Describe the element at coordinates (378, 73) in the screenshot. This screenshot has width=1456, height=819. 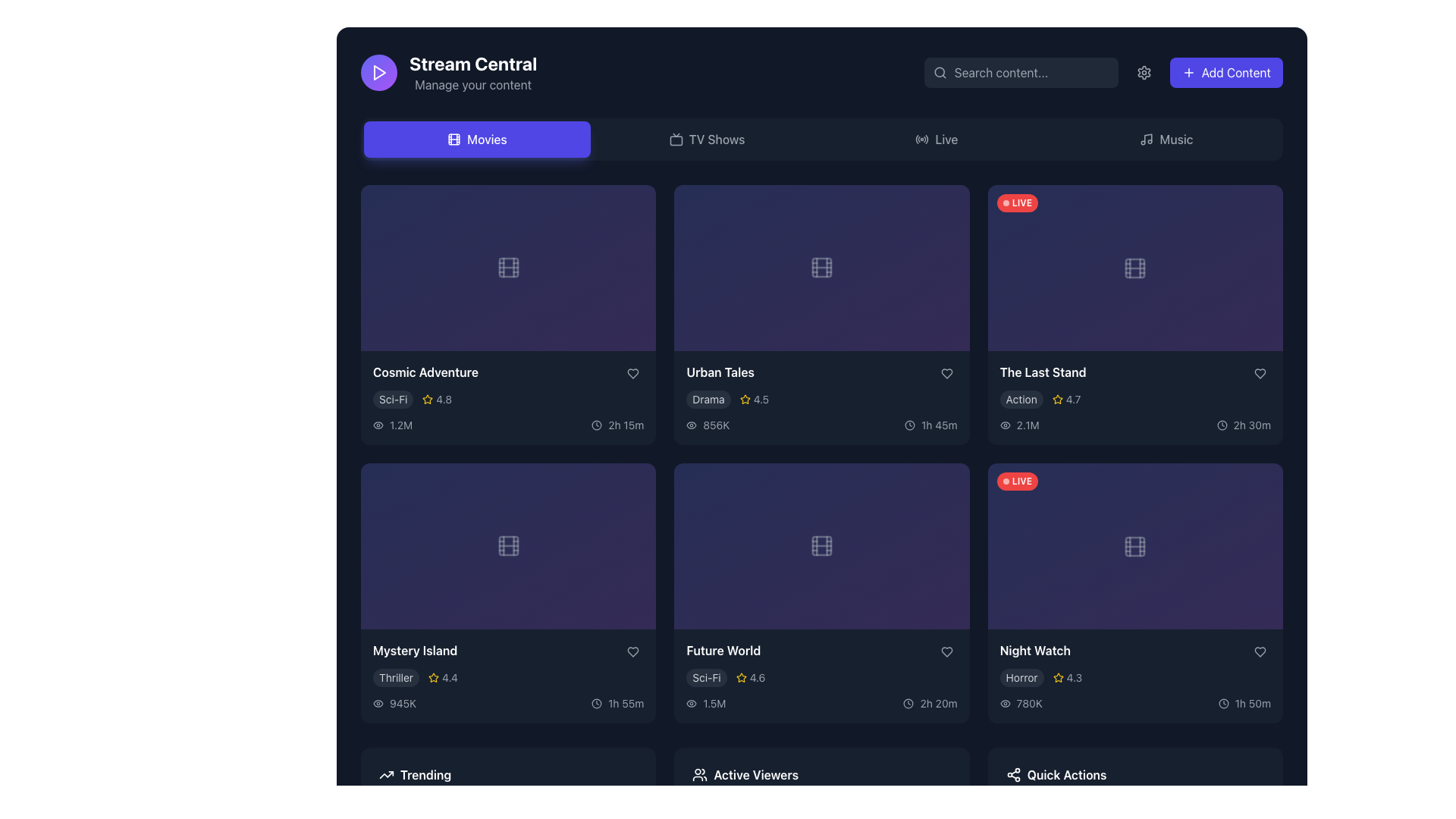
I see `the circular gradient-colored play icon located to the left of the 'Stream Central' text in the header` at that location.